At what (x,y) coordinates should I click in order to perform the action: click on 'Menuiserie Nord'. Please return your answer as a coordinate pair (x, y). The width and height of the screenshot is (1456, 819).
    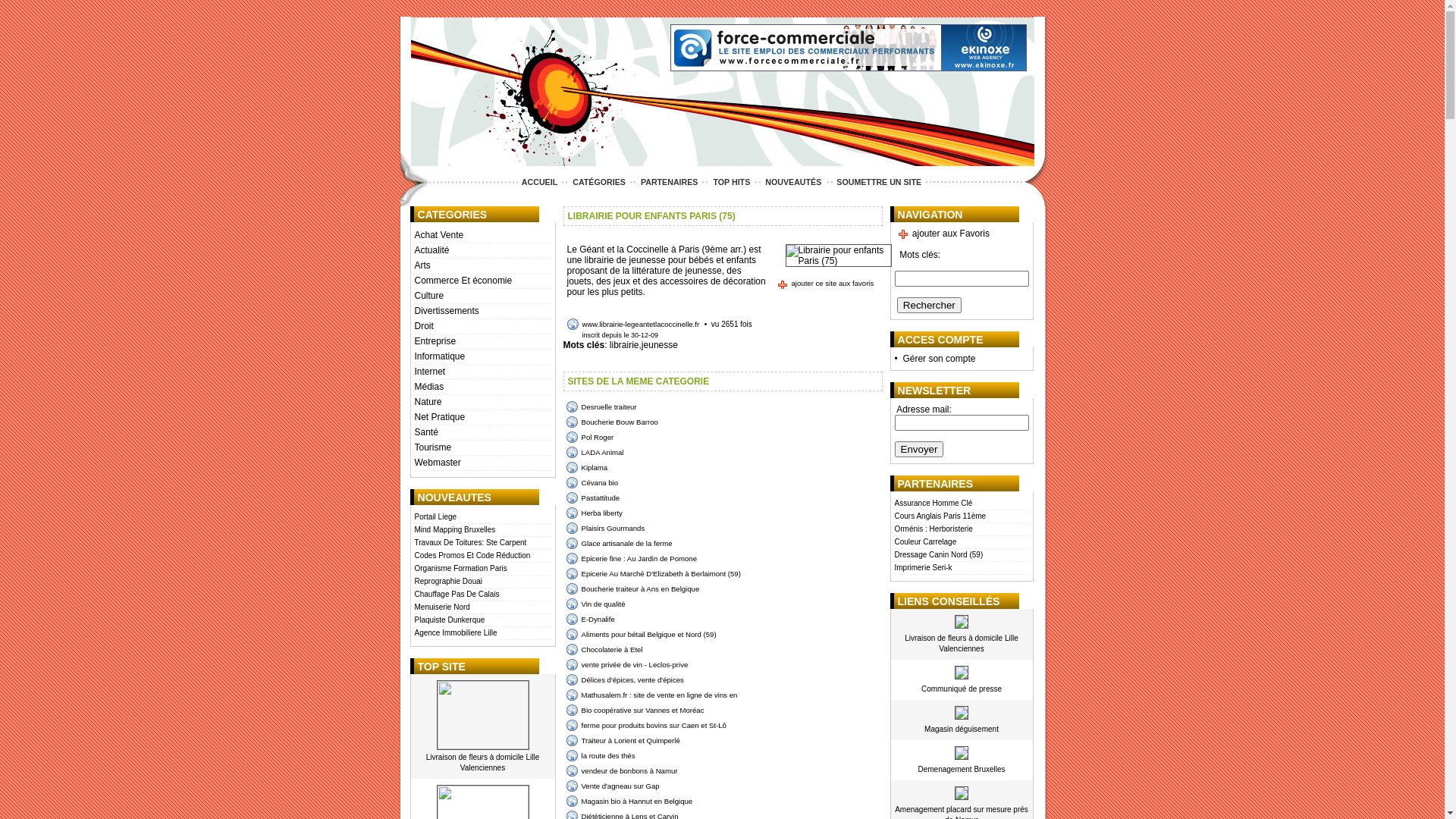
    Looking at the image, I should click on (481, 607).